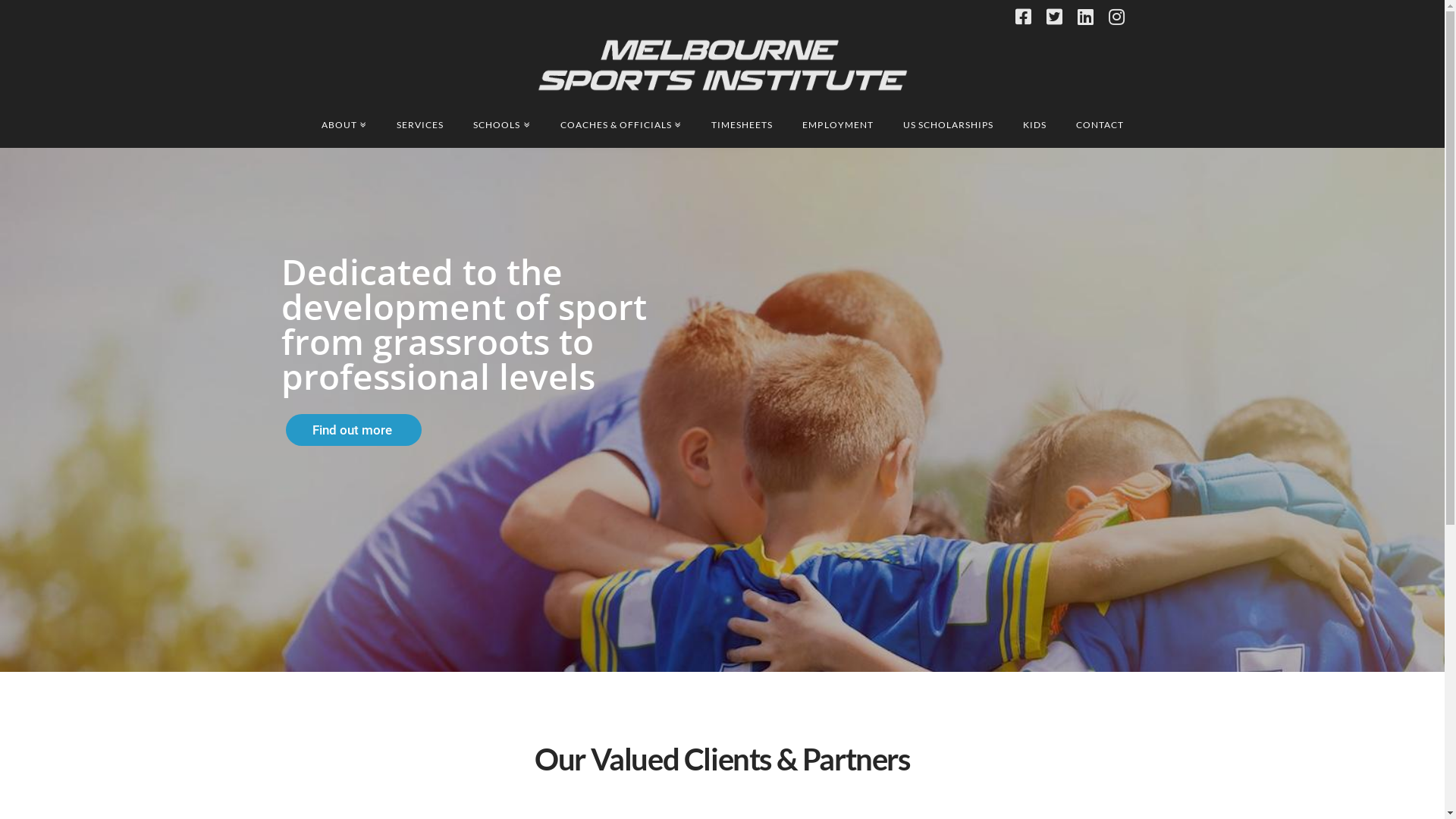  What do you see at coordinates (1033, 124) in the screenshot?
I see `'KIDS'` at bounding box center [1033, 124].